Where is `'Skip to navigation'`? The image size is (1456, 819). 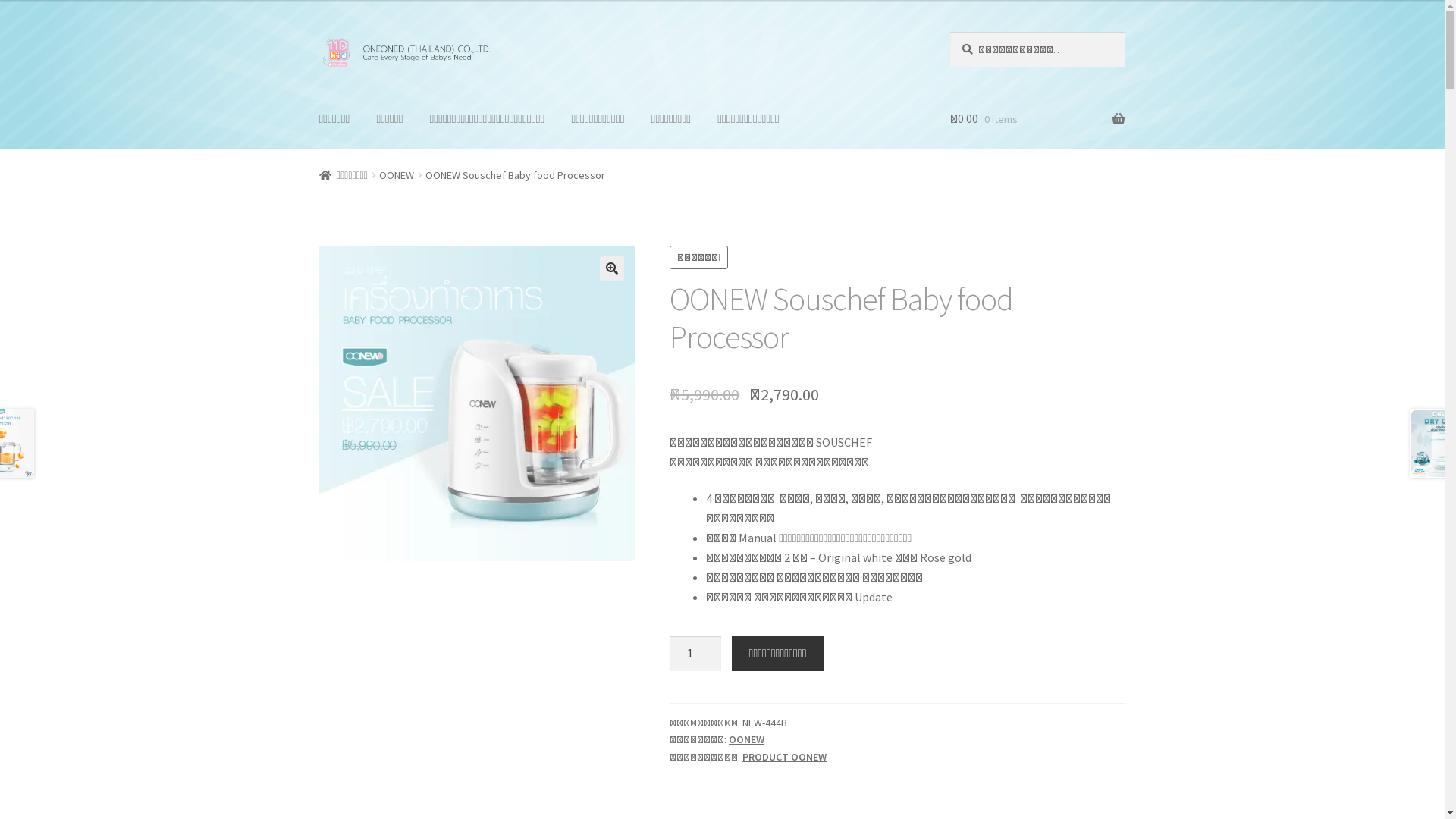
'Skip to navigation' is located at coordinates (318, 31).